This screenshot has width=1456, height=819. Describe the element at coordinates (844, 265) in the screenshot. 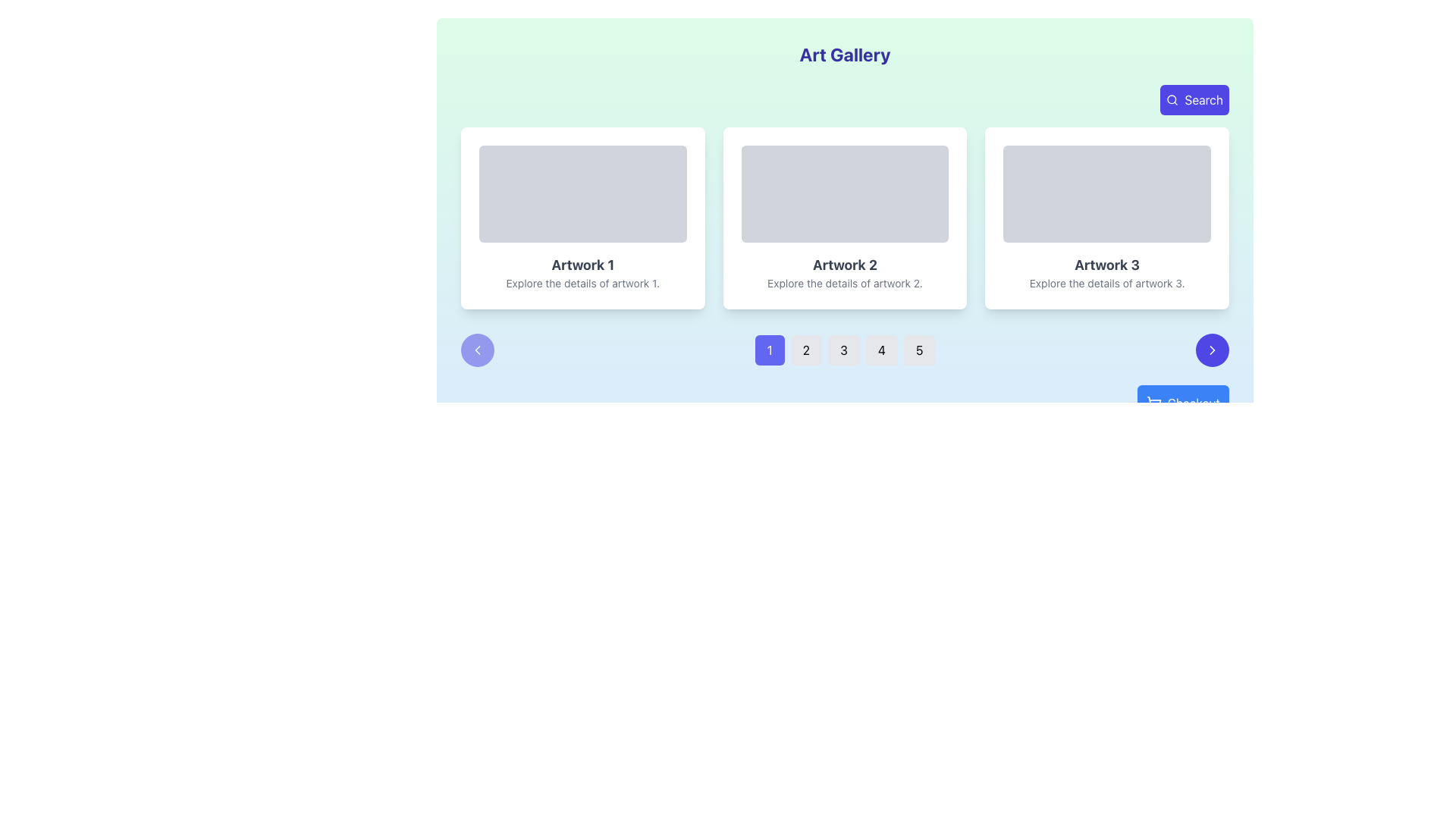

I see `the title text label of the artwork in the second card, which is positioned between a gray rectangle above and descriptive text below` at that location.